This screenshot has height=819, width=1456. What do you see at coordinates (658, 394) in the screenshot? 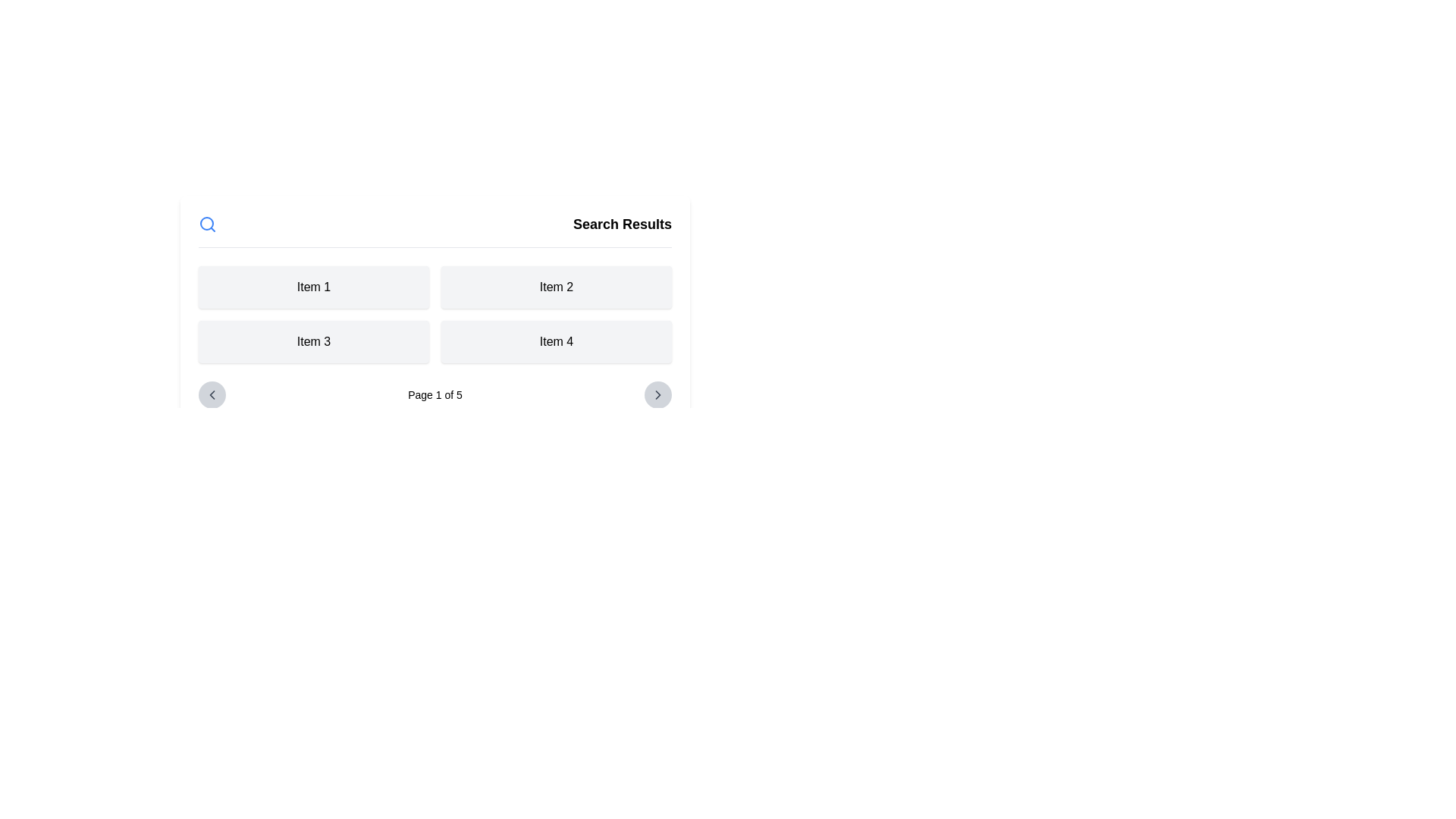
I see `the next-page button located in the lower right corner of the interface` at bounding box center [658, 394].